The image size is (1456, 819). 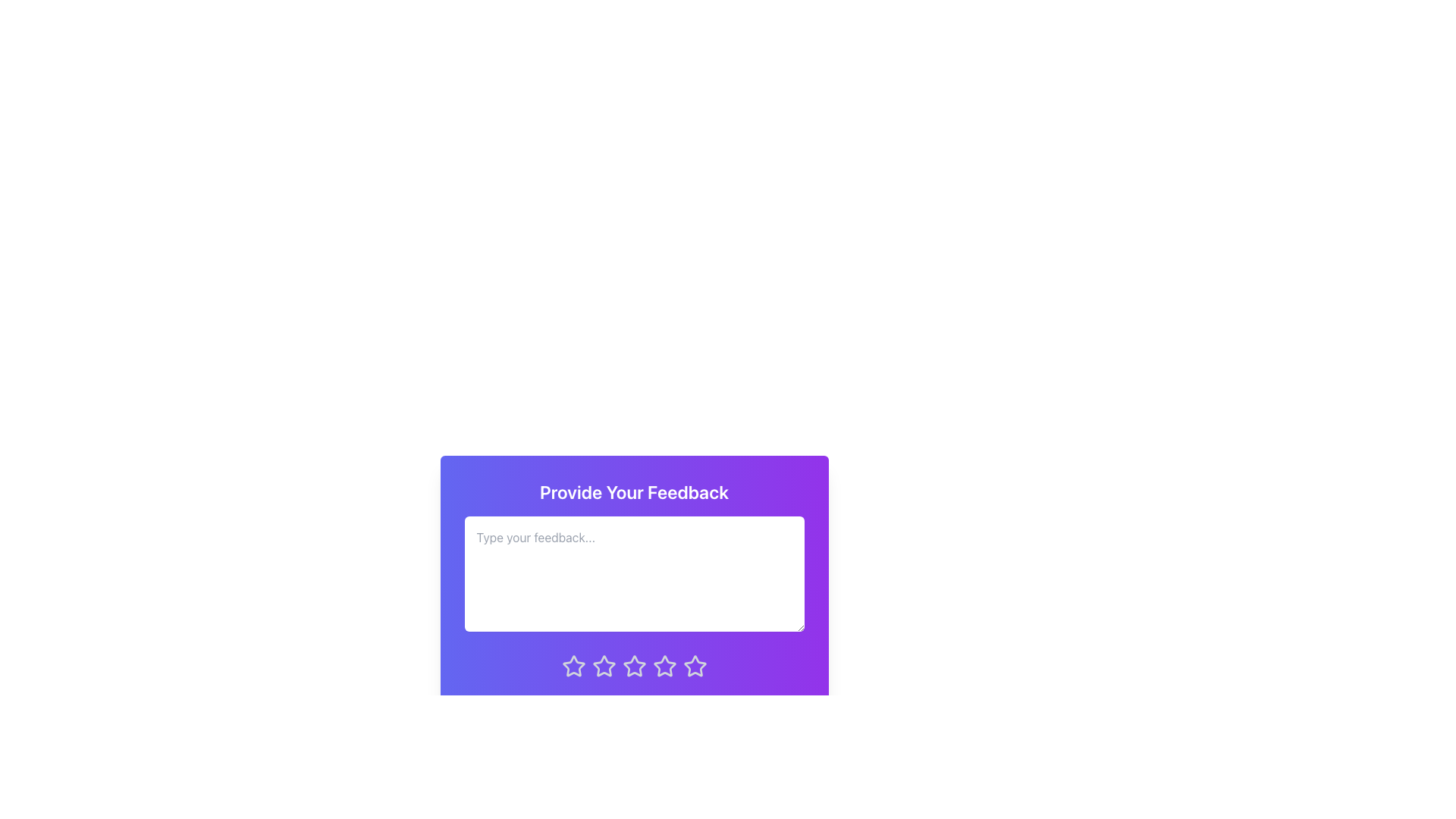 What do you see at coordinates (603, 666) in the screenshot?
I see `the third star icon in the rating system located at the bottom of the feedback form` at bounding box center [603, 666].